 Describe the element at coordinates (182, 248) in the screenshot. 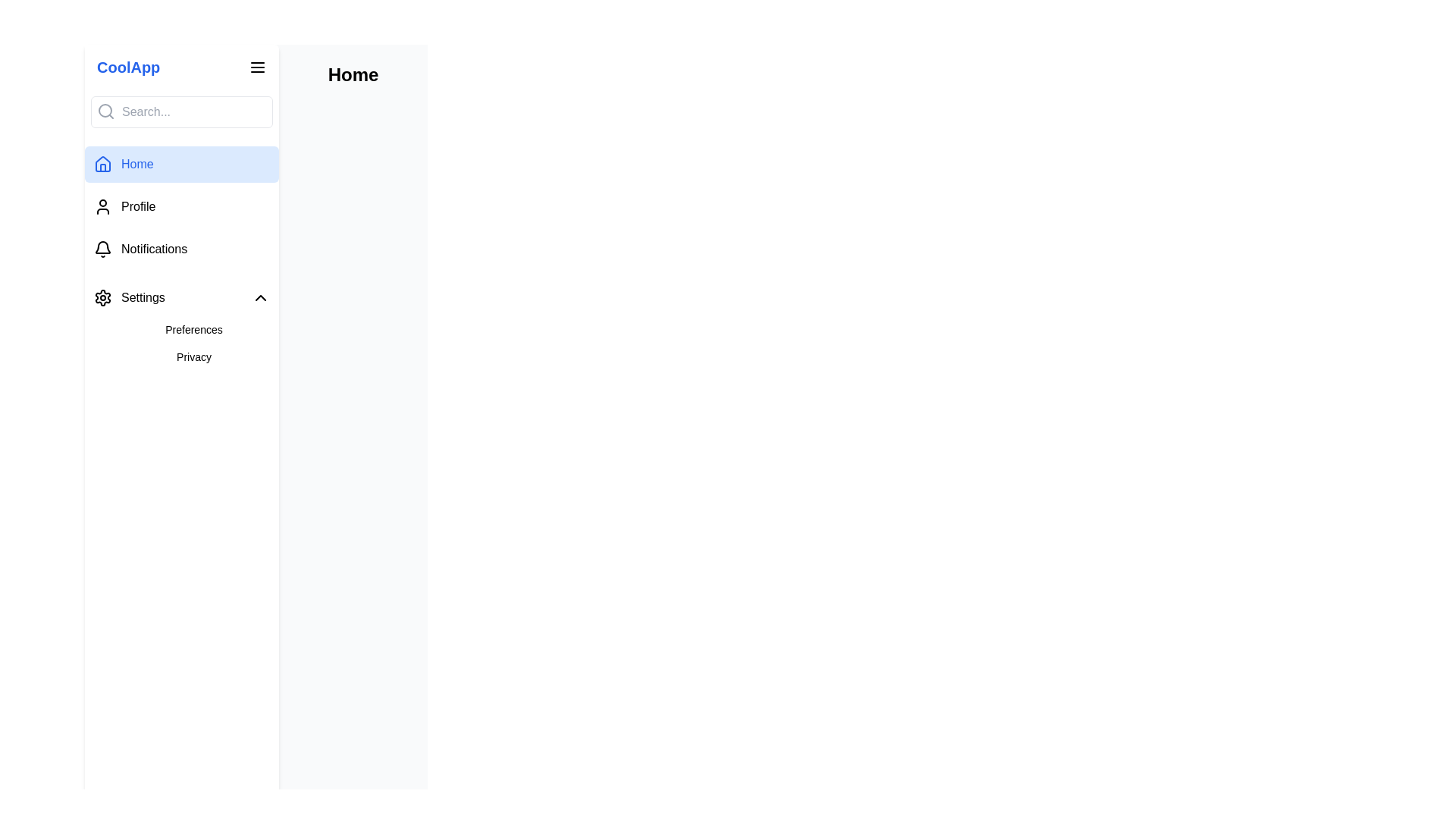

I see `the 'Notifications' navigation link, which features a bell icon followed by the text 'Notifications', located as the third item in the sidebar navigation list` at that location.